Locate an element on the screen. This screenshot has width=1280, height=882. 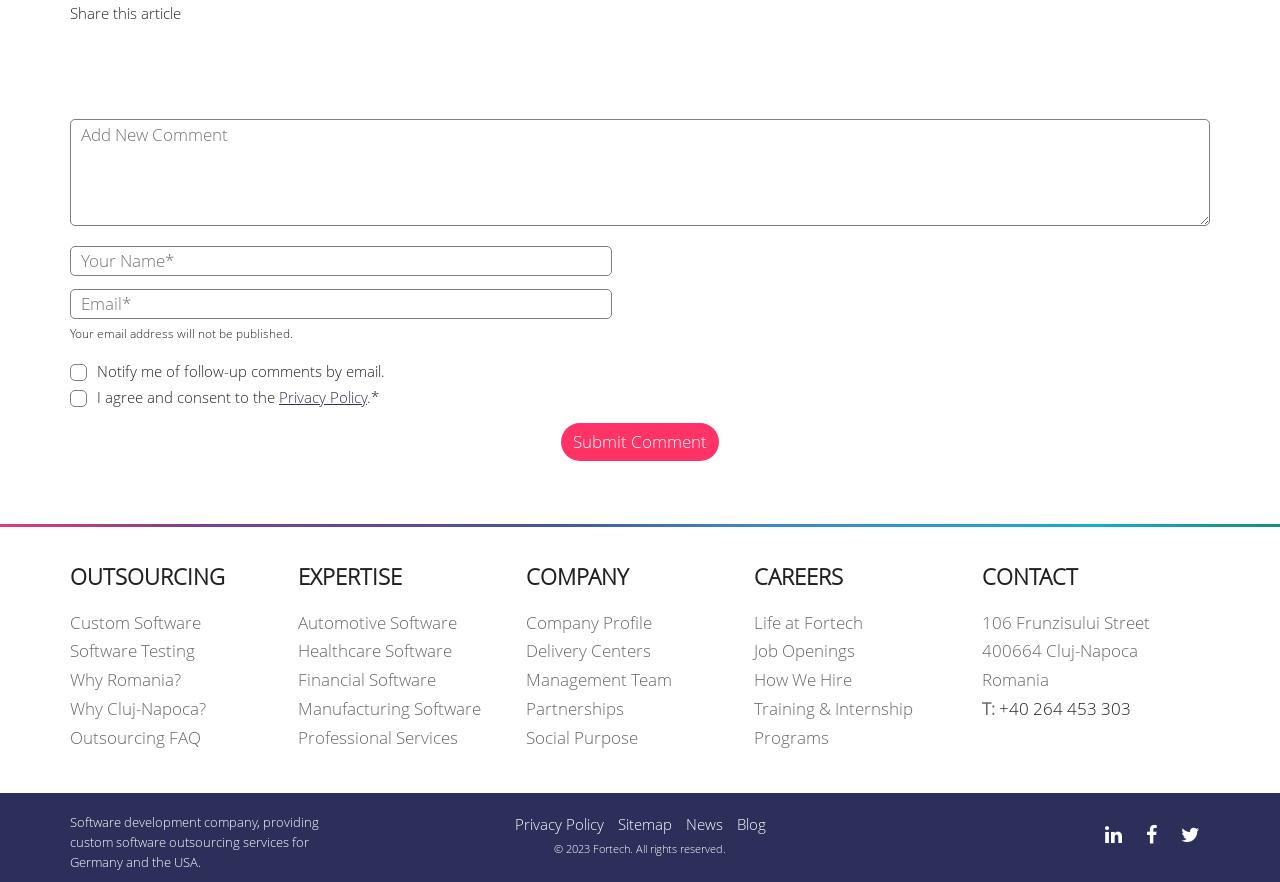
'Software Testing' is located at coordinates (131, 650).